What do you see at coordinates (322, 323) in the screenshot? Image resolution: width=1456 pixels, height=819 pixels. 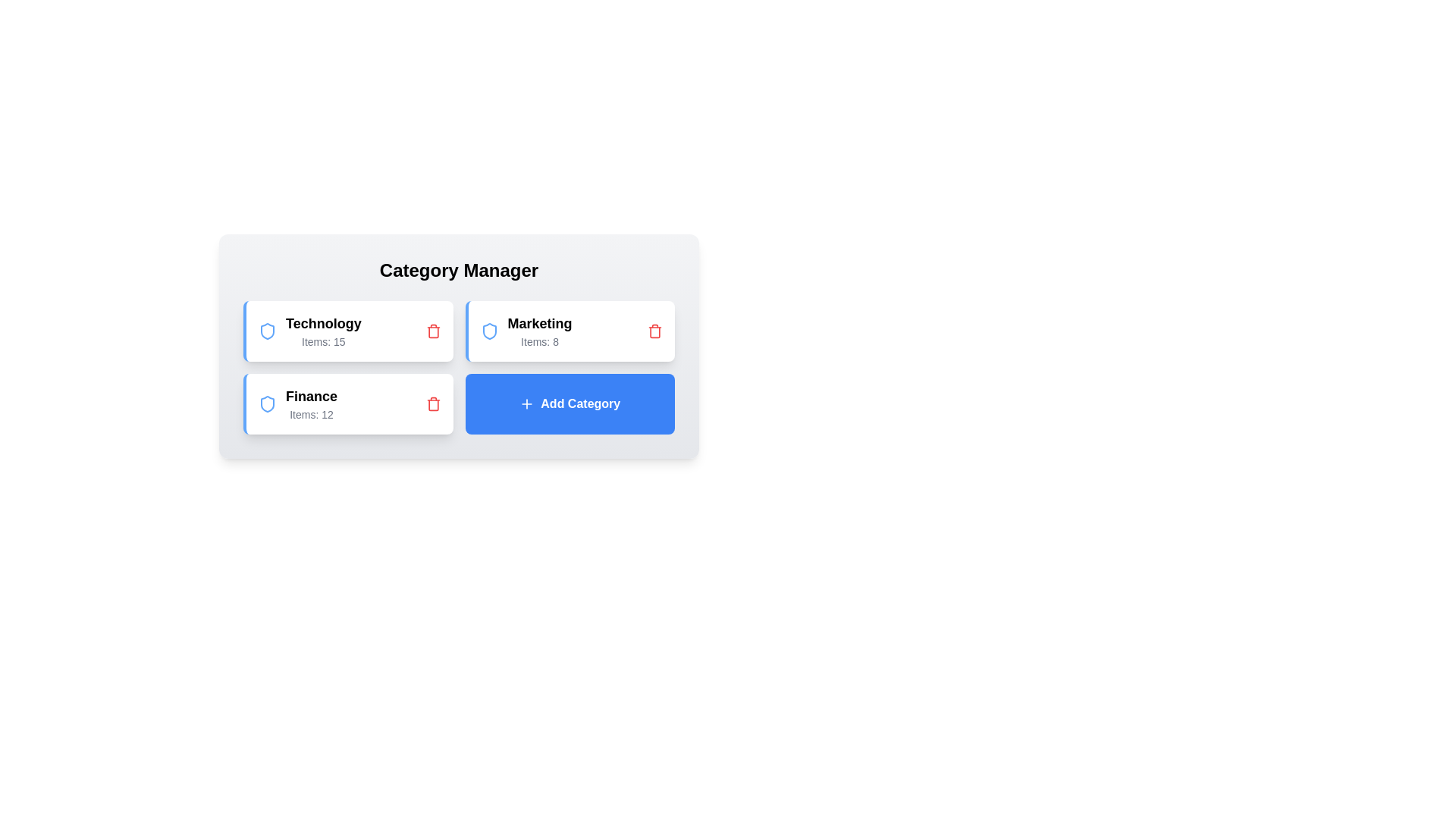 I see `the category name Technology to select it` at bounding box center [322, 323].